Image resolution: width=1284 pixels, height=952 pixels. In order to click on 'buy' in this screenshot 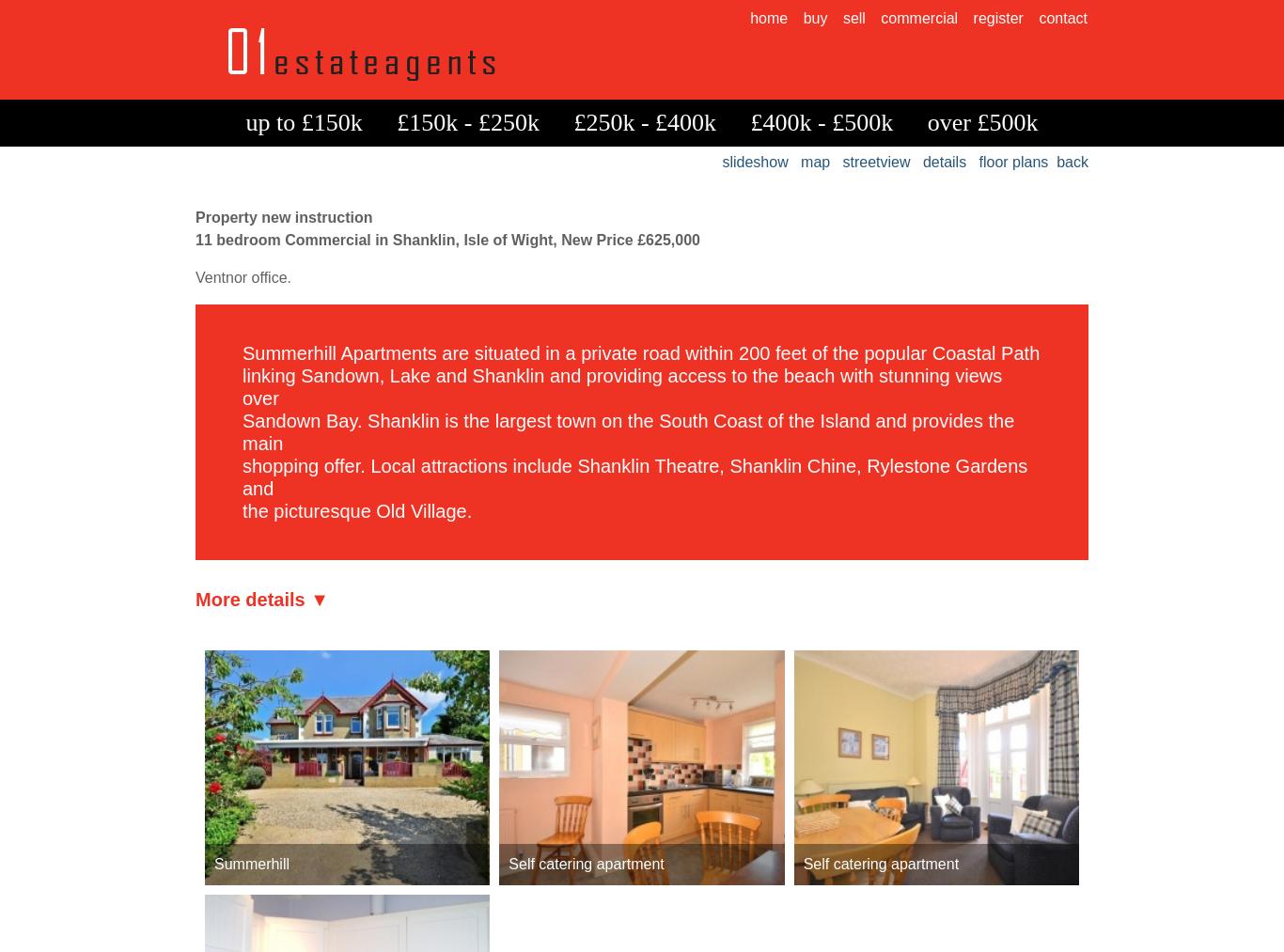, I will do `click(814, 17)`.